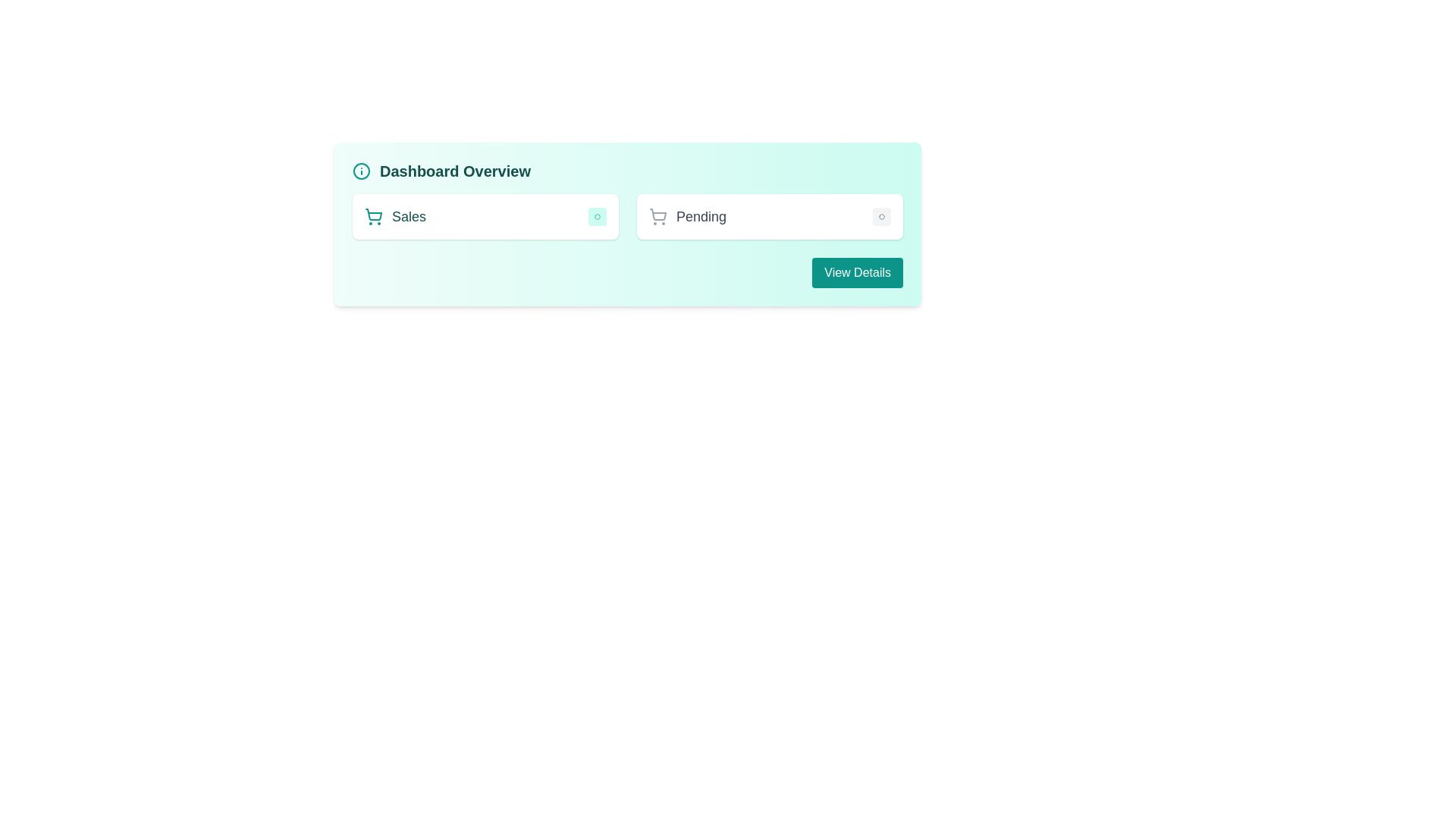  What do you see at coordinates (360, 171) in the screenshot?
I see `the circular teal information icon located at the leftmost part of the header bar labeled 'Dashboard Overview'` at bounding box center [360, 171].